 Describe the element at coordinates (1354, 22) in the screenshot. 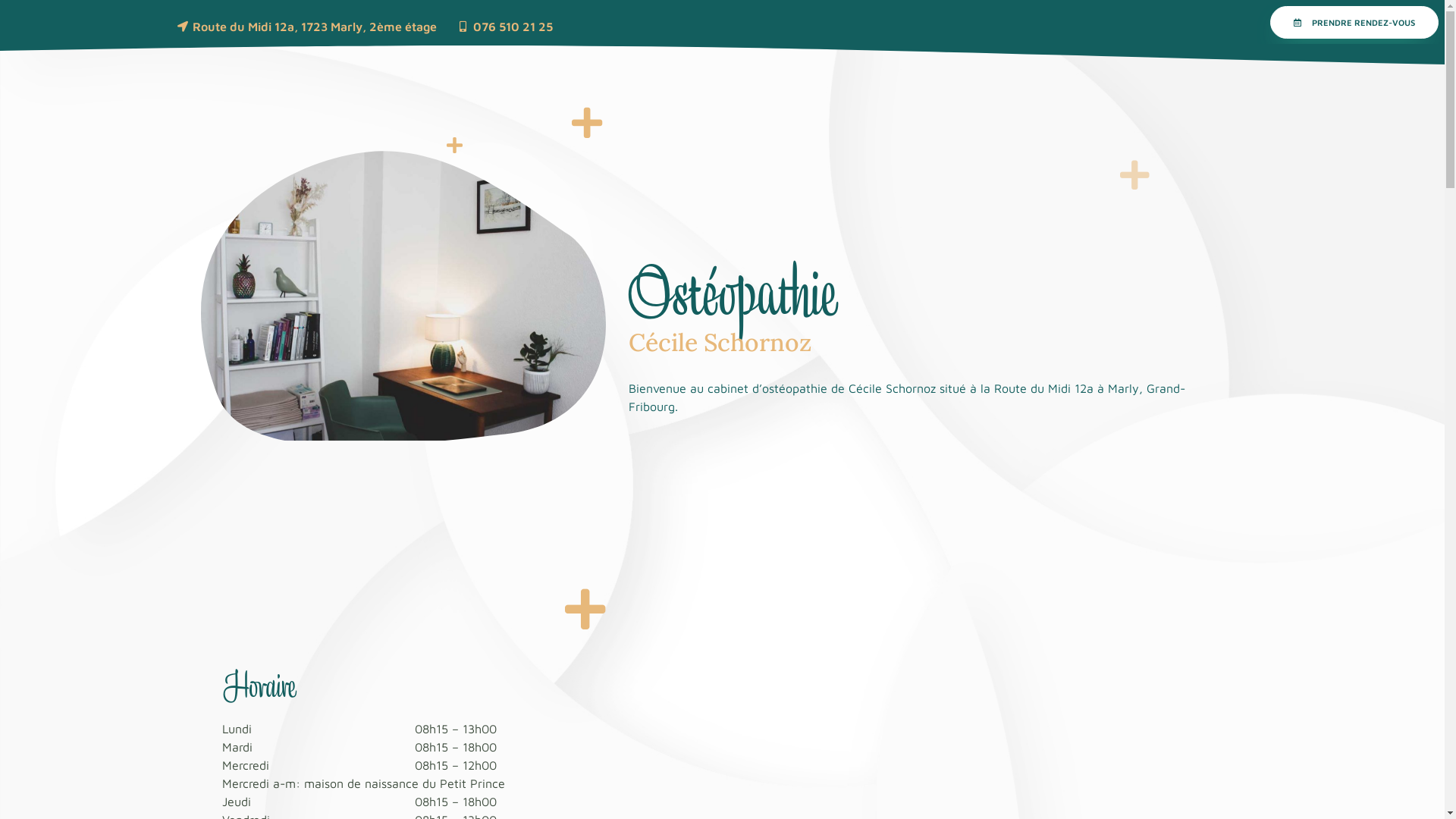

I see `'PRENDRE RENDEZ-VOUS'` at that location.